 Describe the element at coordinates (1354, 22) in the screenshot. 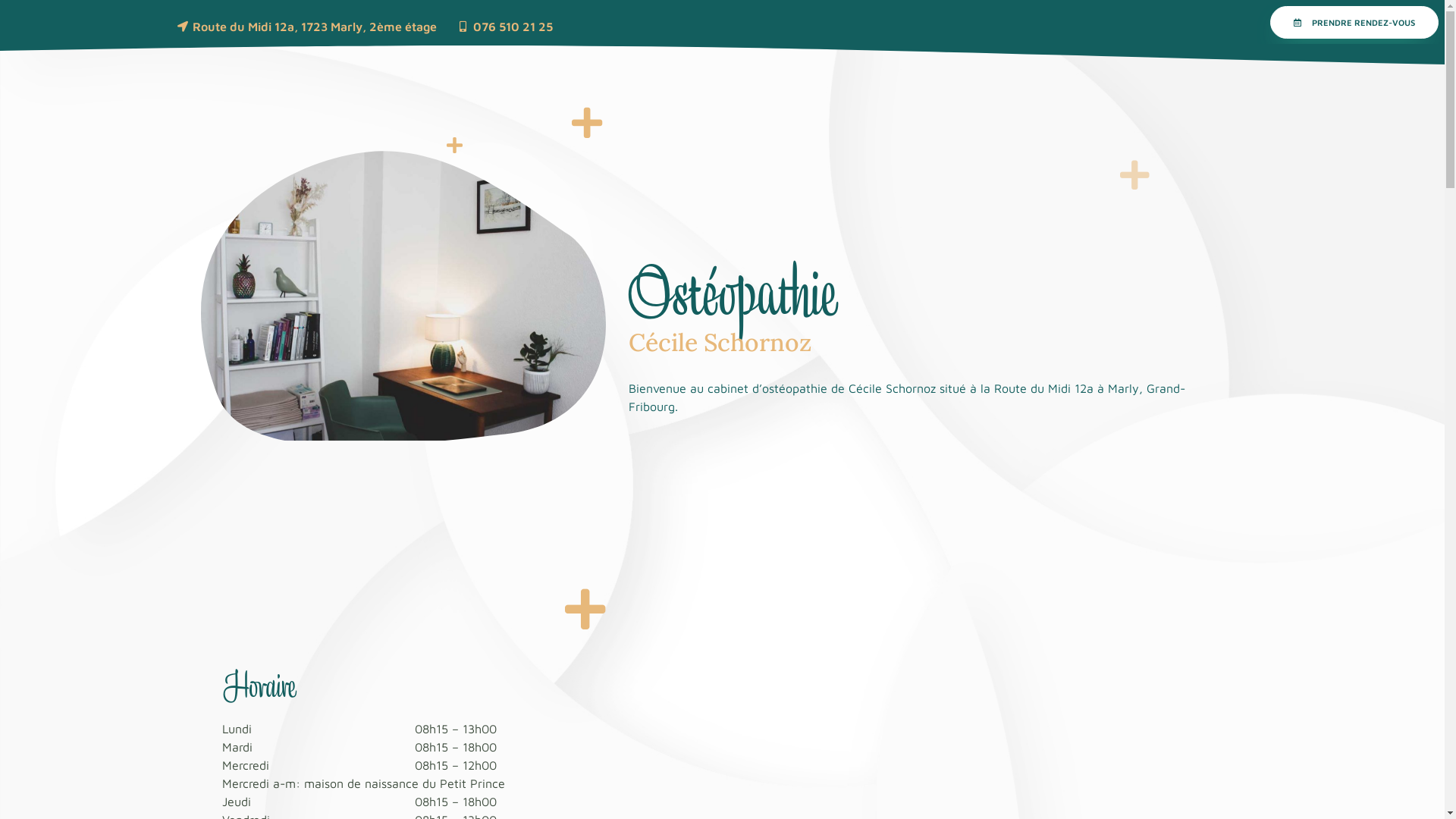

I see `'PRENDRE RENDEZ-VOUS'` at that location.